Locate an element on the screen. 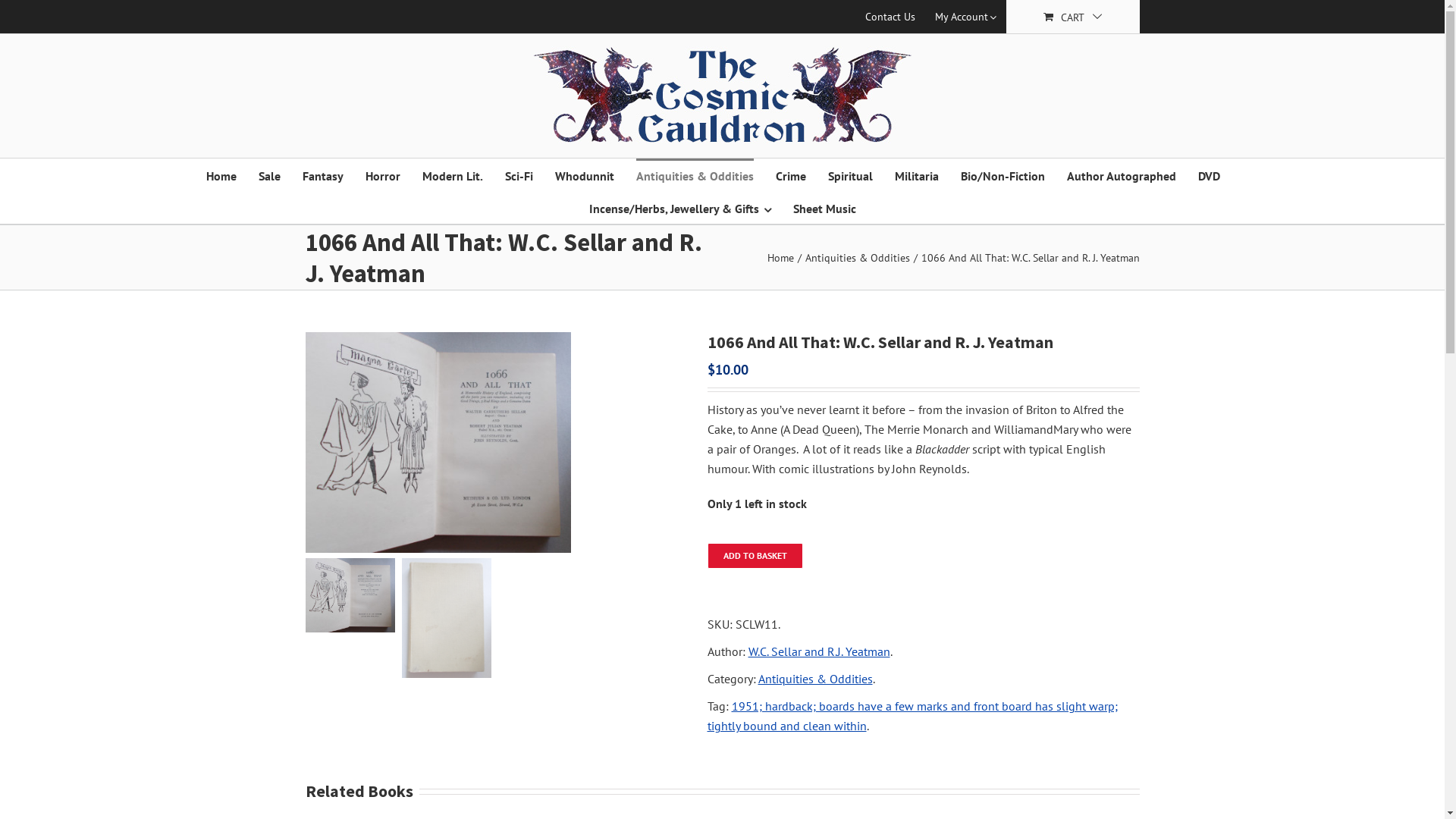  'Sheet Music' is located at coordinates (824, 207).